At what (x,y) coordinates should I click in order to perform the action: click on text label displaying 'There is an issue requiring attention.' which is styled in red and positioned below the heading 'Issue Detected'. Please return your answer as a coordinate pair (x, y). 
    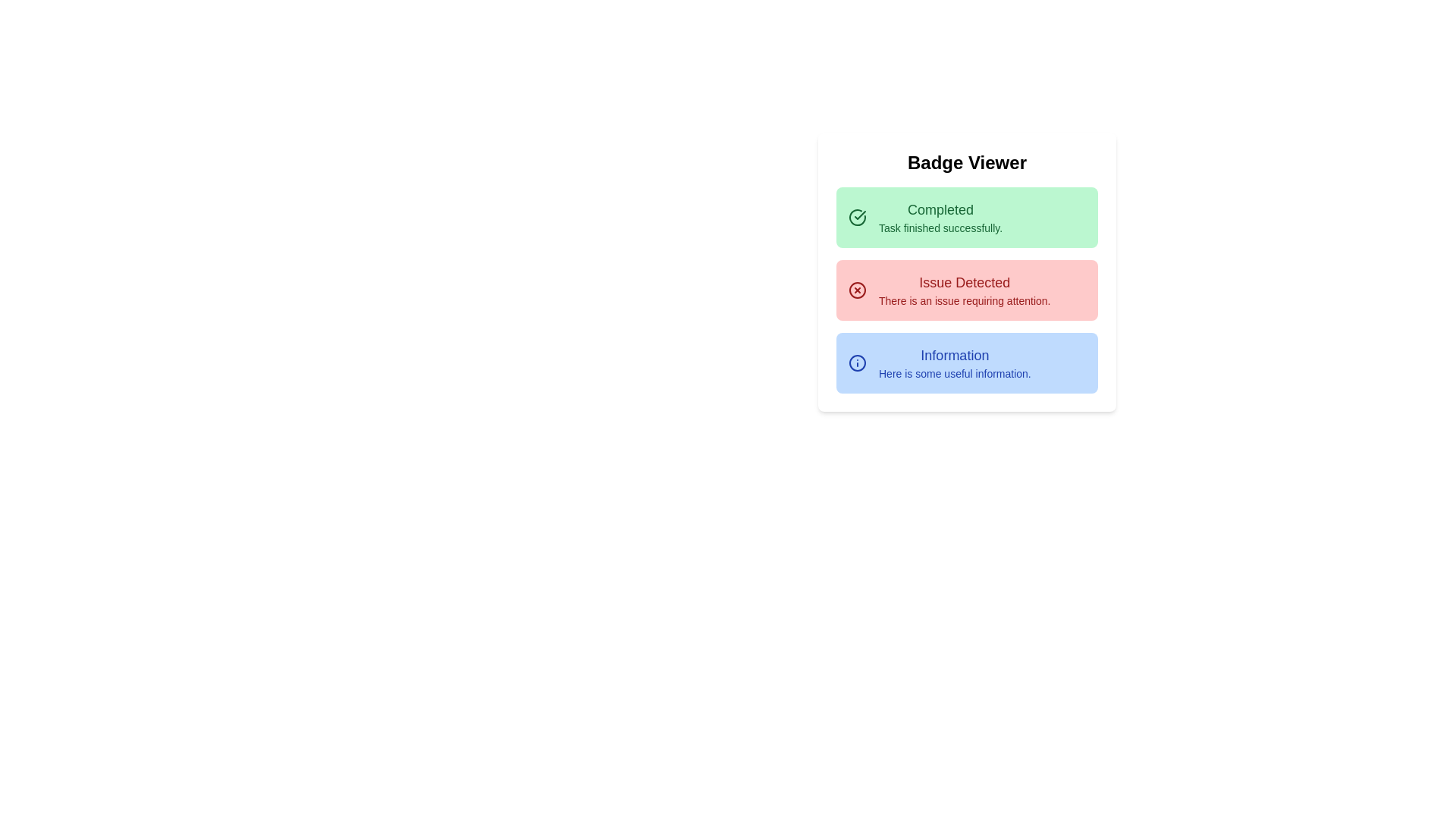
    Looking at the image, I should click on (964, 301).